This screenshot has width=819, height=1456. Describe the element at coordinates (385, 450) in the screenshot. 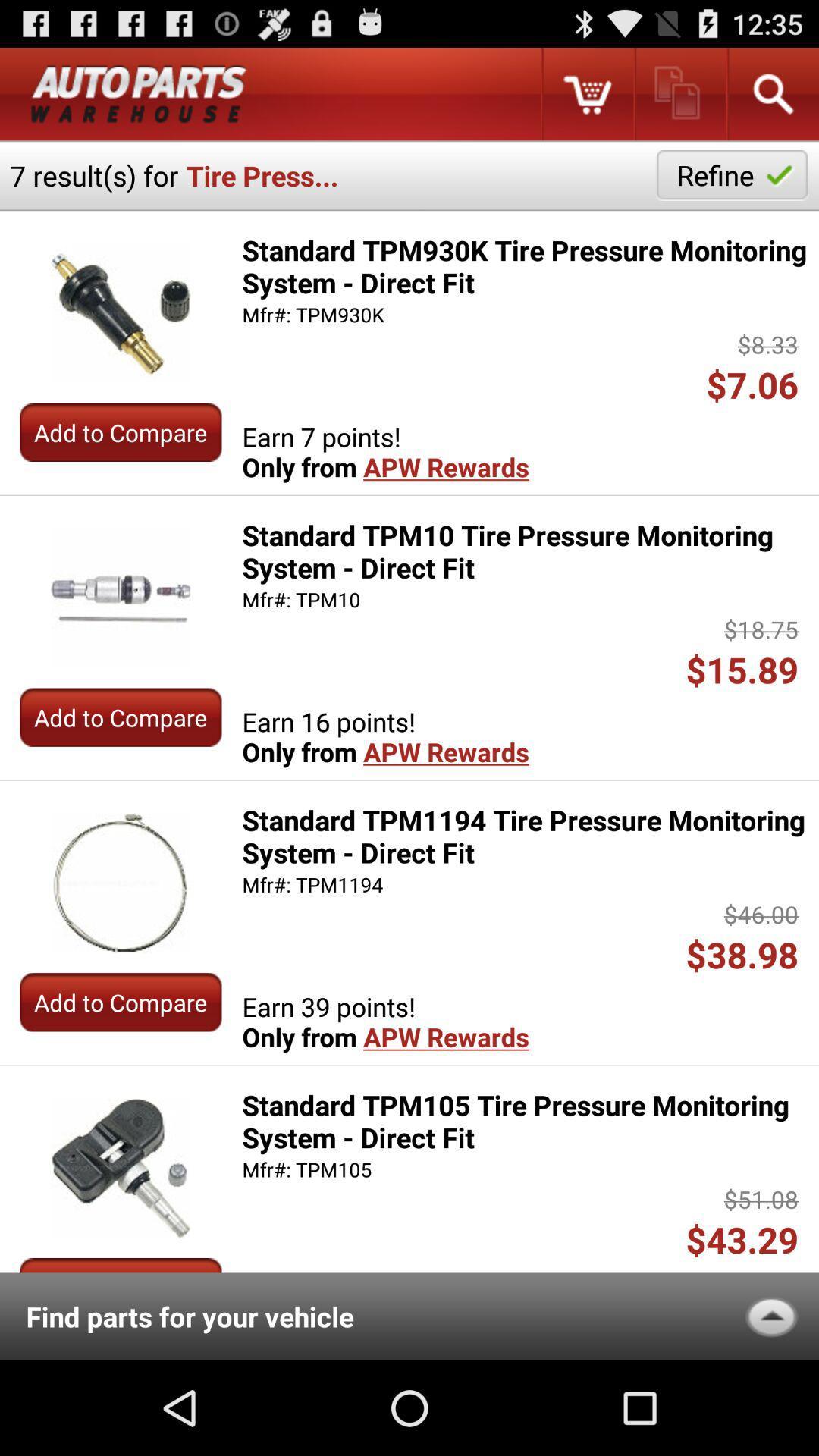

I see `the text  earn 7 points beside add to compare of first row` at that location.